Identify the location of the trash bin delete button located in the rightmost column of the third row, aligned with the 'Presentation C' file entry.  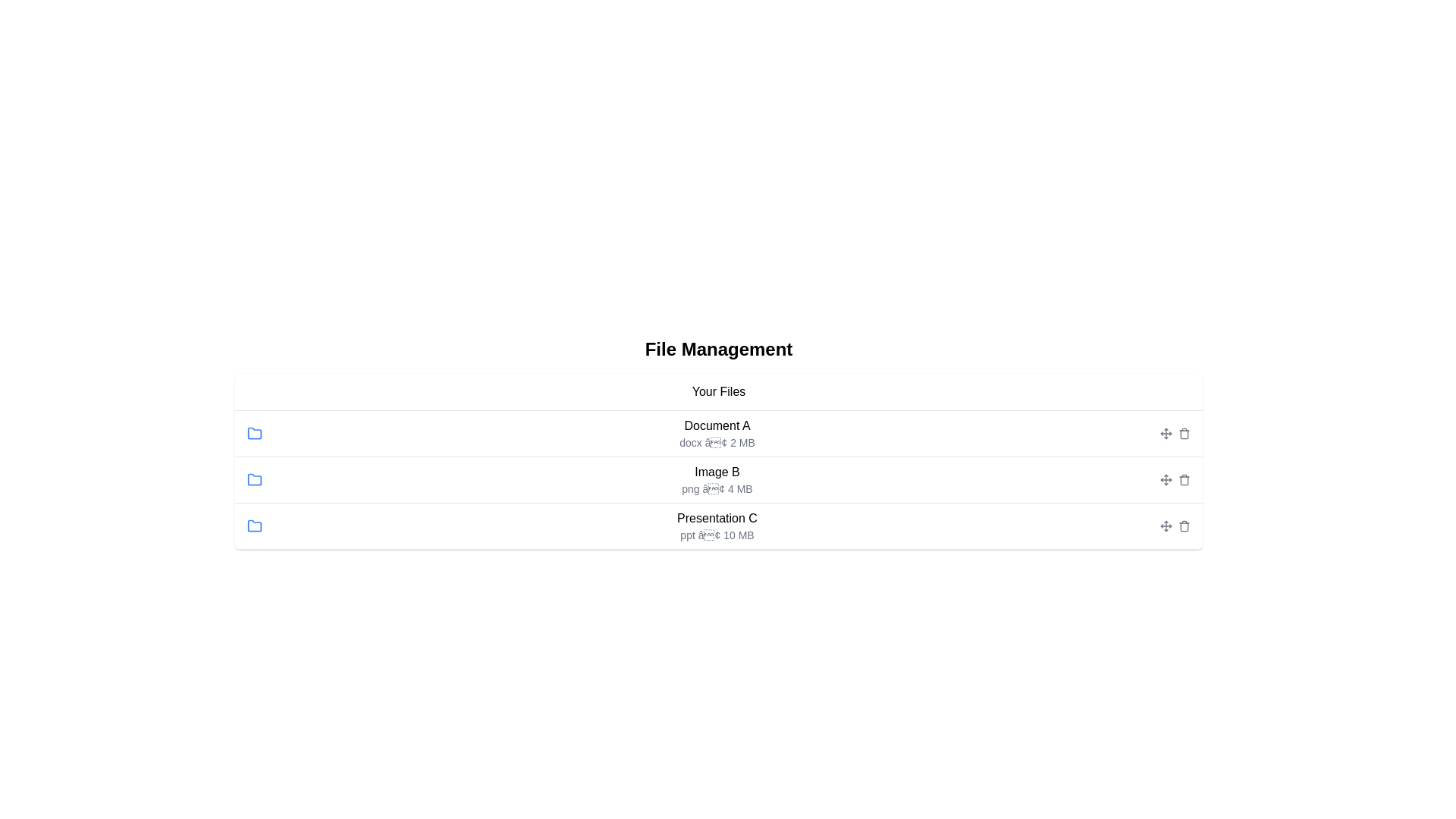
(1183, 526).